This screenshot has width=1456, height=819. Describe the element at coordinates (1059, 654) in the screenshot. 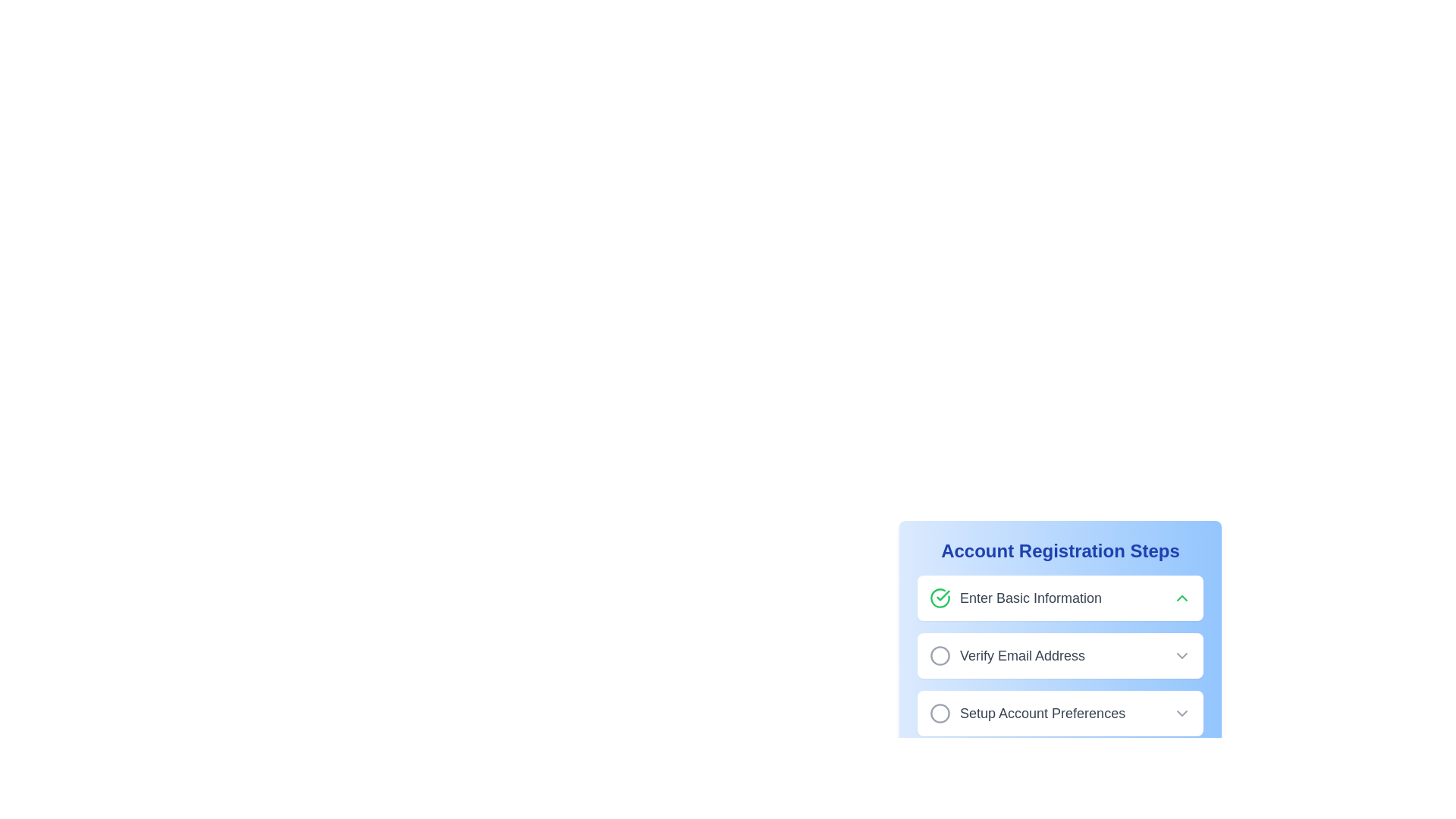

I see `the 'Verify Email Address' button-like component within the step indicator` at that location.